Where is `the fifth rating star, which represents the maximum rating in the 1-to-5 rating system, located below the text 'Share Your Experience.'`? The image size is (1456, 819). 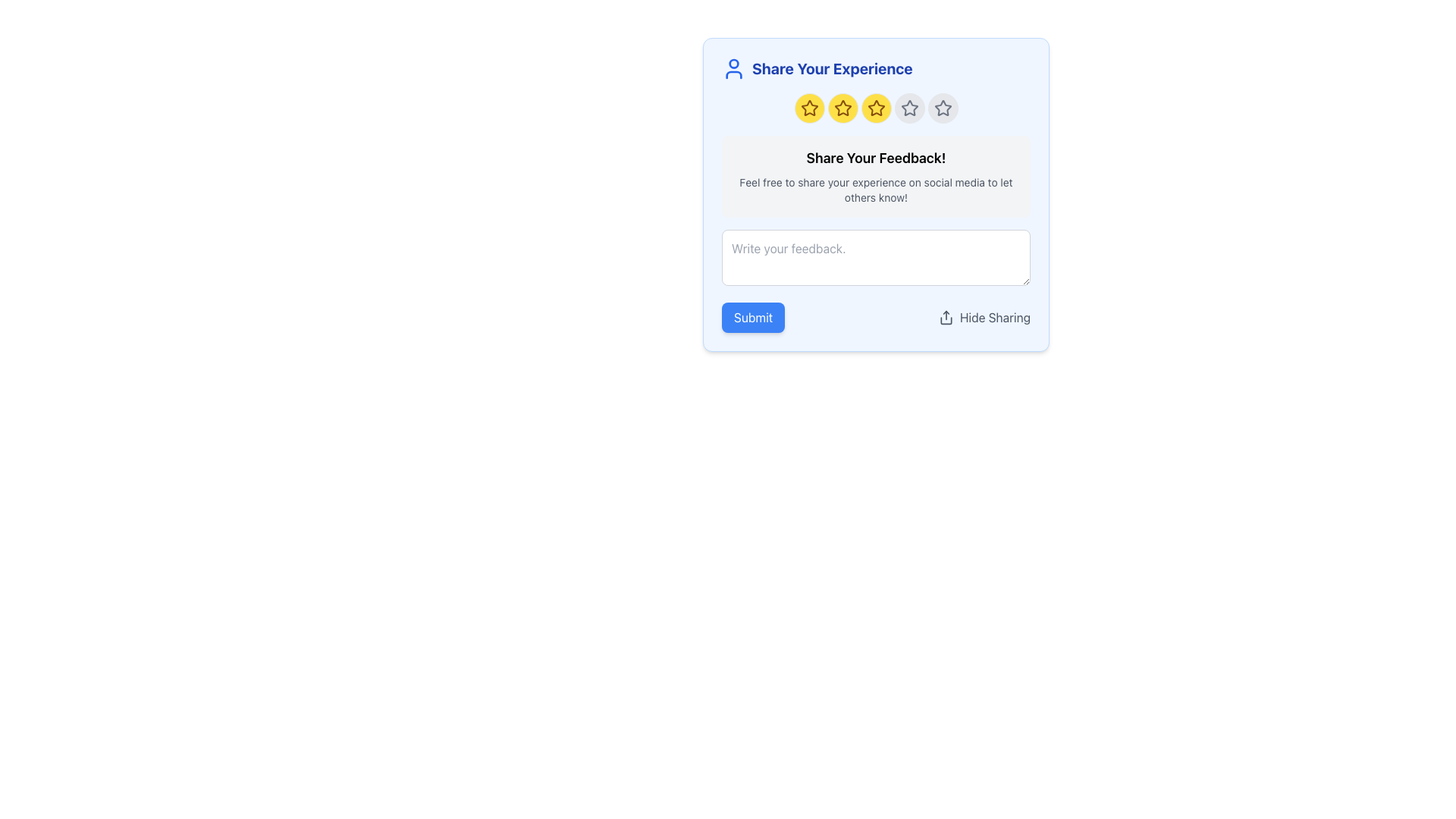 the fifth rating star, which represents the maximum rating in the 1-to-5 rating system, located below the text 'Share Your Experience.' is located at coordinates (942, 107).